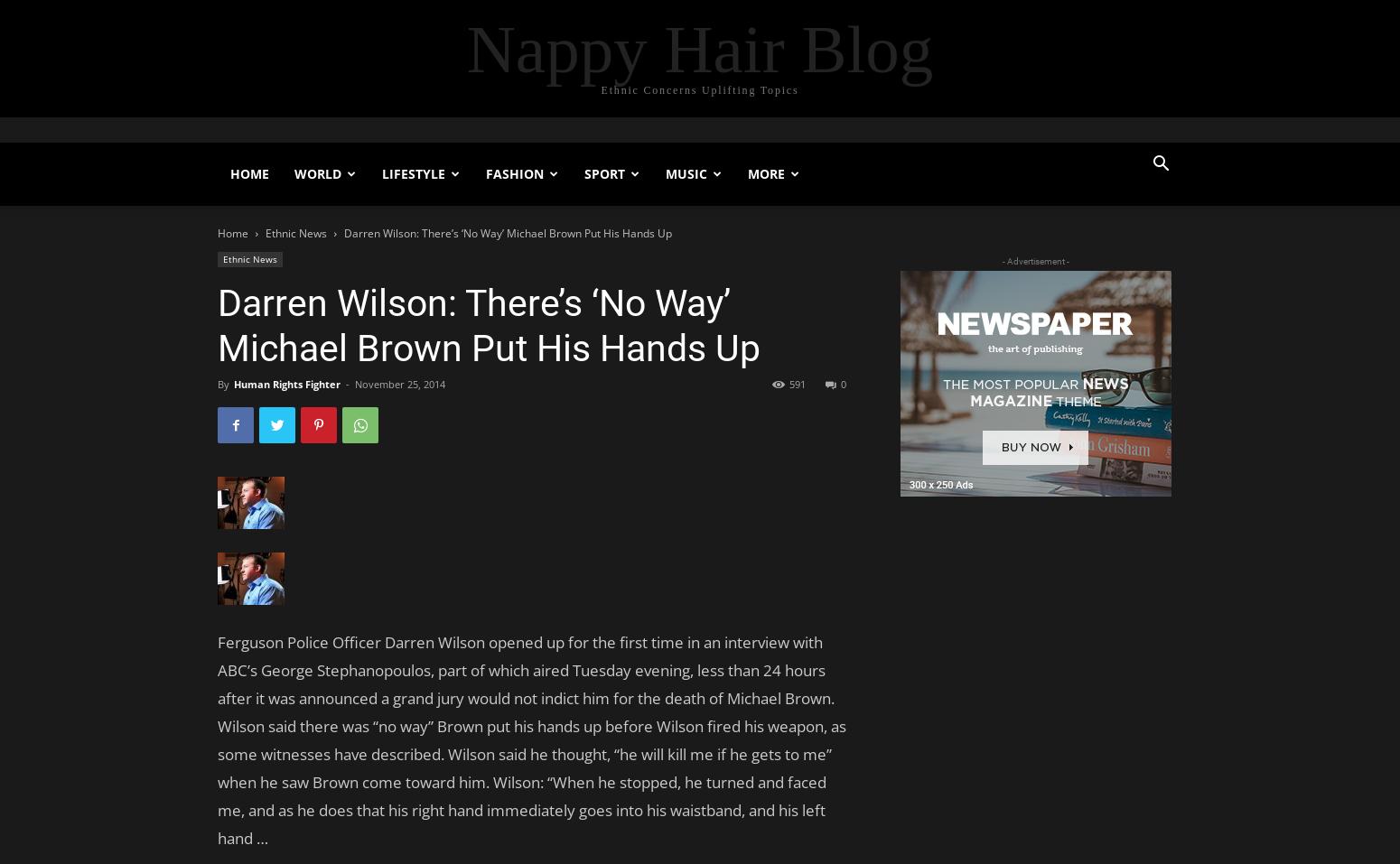 The image size is (1400, 864). What do you see at coordinates (399, 383) in the screenshot?
I see `'November 25, 2014'` at bounding box center [399, 383].